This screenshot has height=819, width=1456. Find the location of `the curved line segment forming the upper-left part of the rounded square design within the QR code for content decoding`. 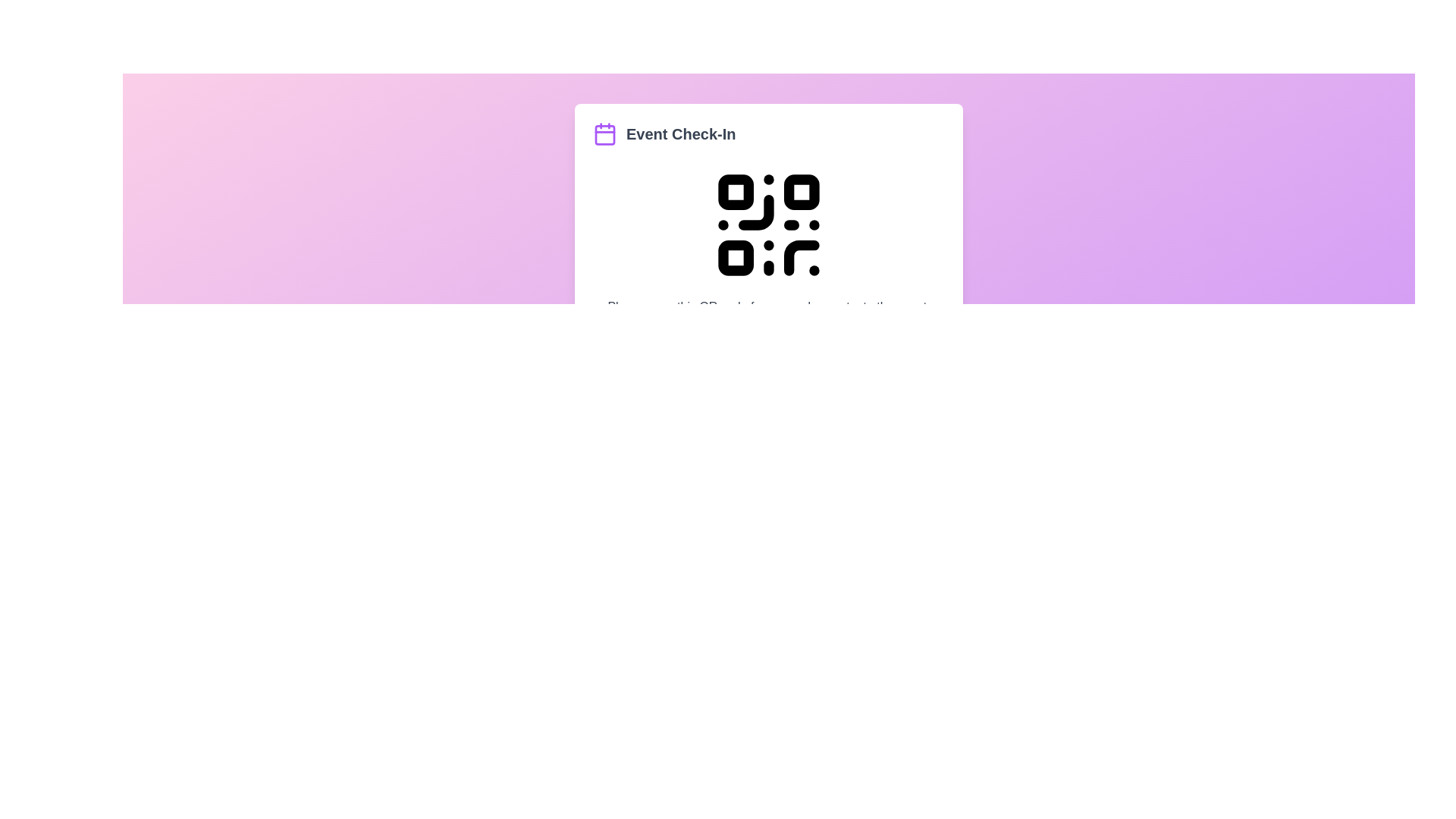

the curved line segment forming the upper-left part of the rounded square design within the QR code for content decoding is located at coordinates (801, 257).